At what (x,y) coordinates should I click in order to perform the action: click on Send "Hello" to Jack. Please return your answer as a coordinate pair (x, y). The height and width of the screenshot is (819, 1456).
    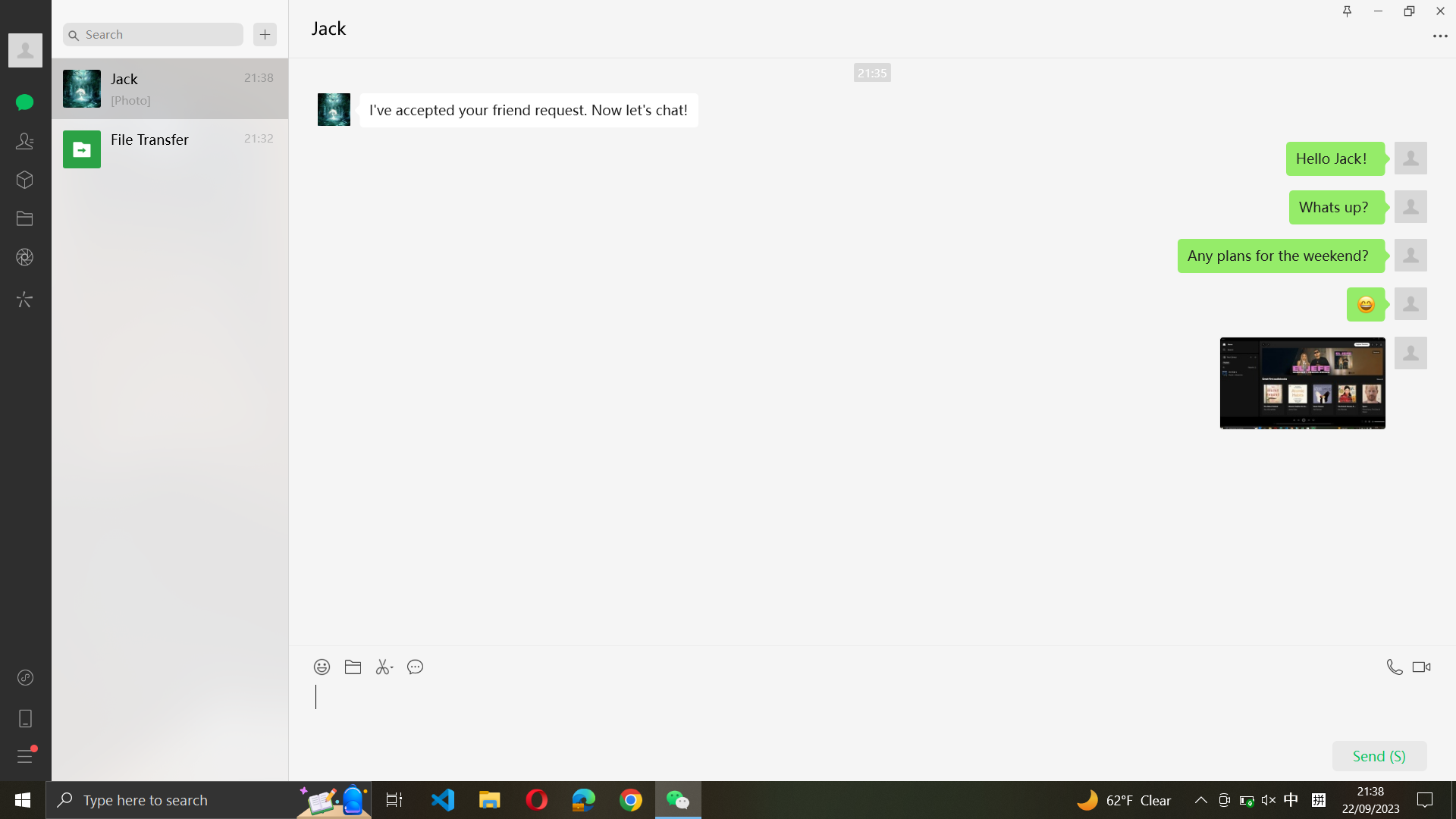
    Looking at the image, I should click on (870, 728).